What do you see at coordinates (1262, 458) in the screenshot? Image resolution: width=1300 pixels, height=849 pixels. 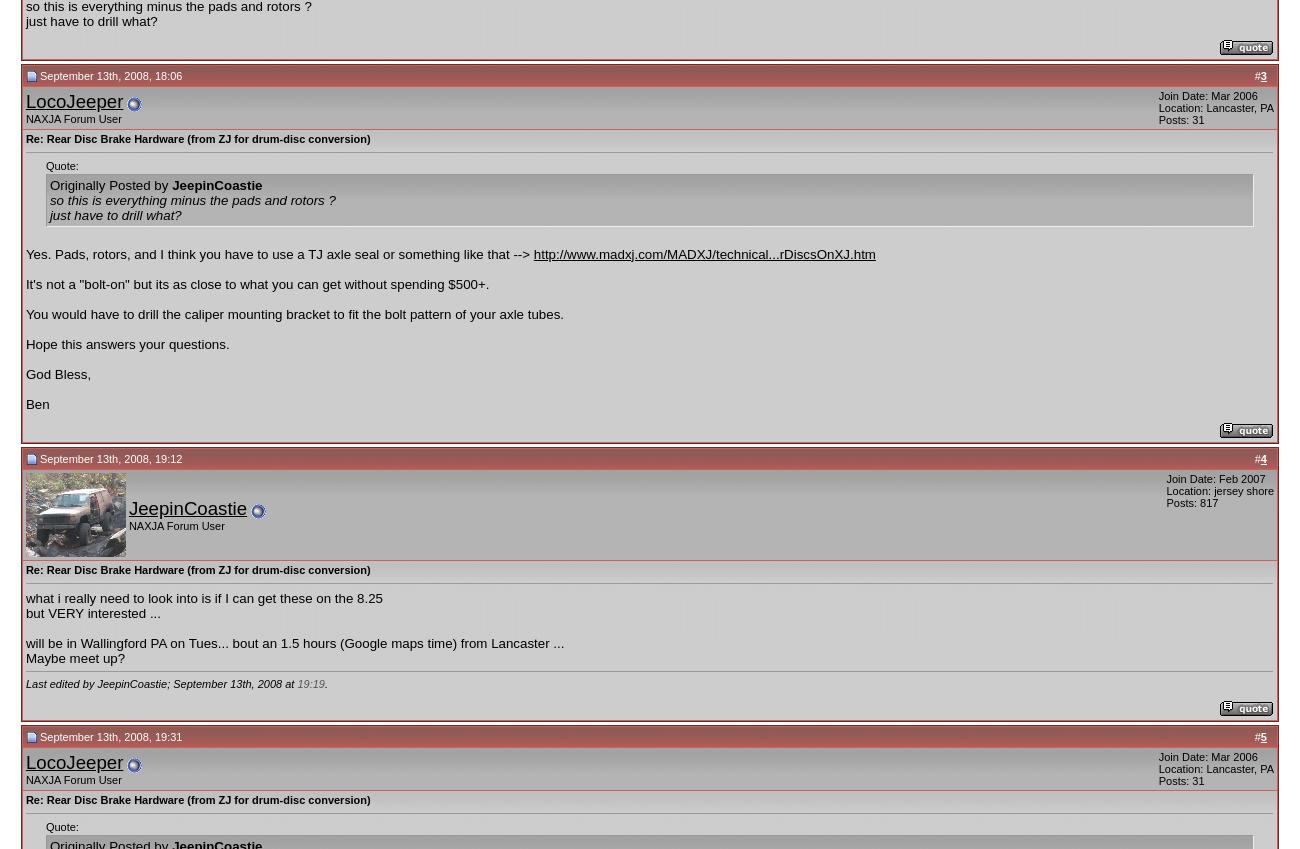 I see `'4'` at bounding box center [1262, 458].